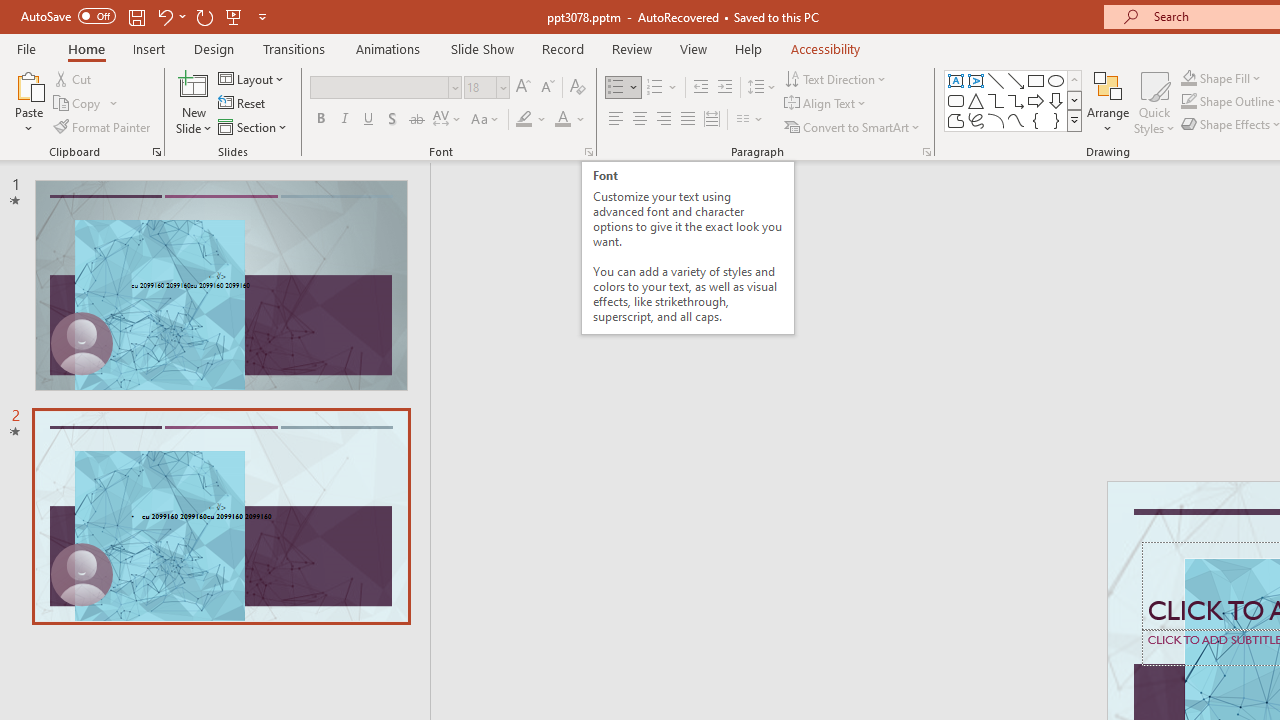 This screenshot has width=1280, height=720. Describe the element at coordinates (155, 150) in the screenshot. I see `'Office Clipboard...'` at that location.